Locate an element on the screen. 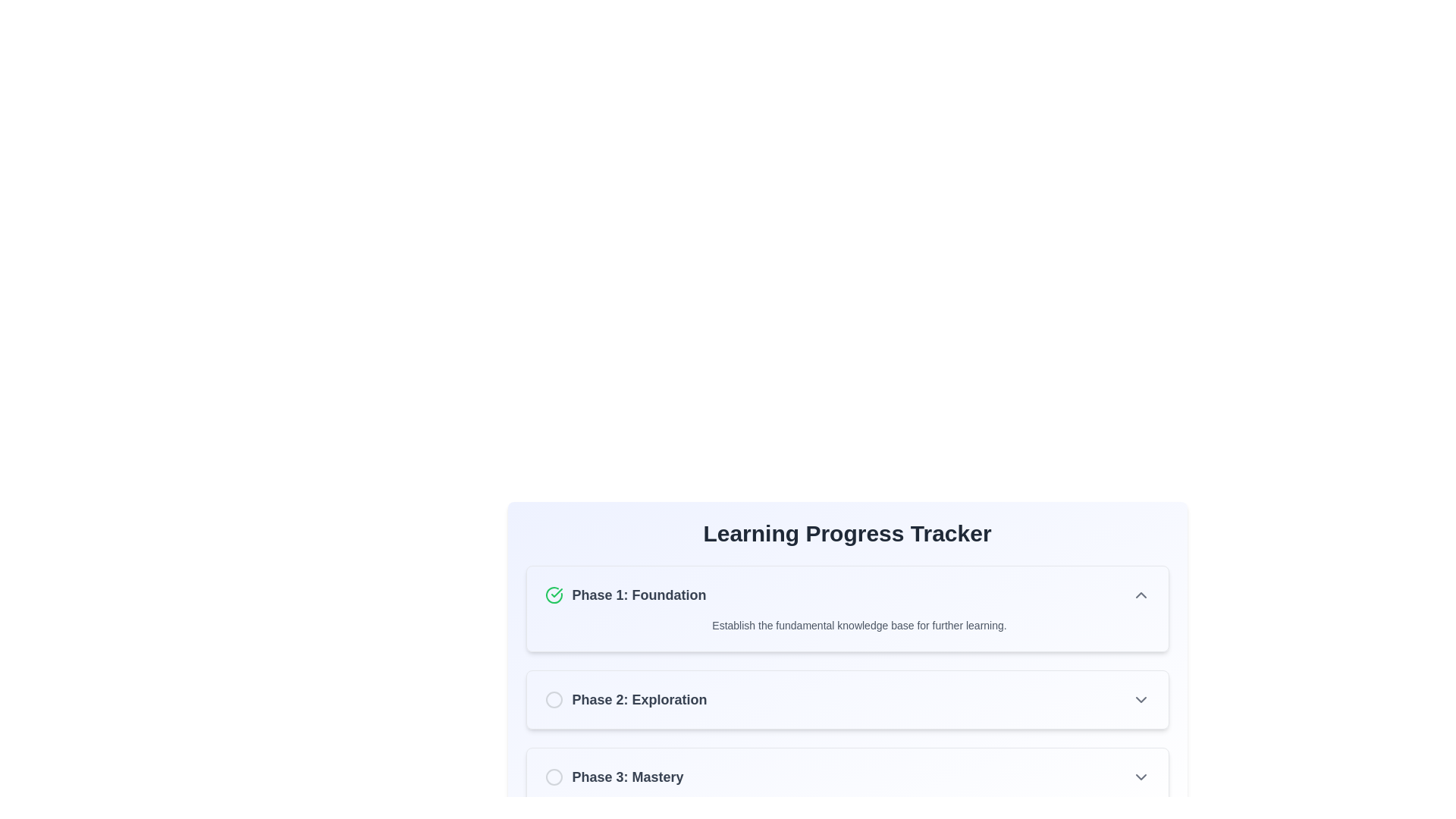  the Collapsible section of the Learning Progress Tracker is located at coordinates (846, 607).